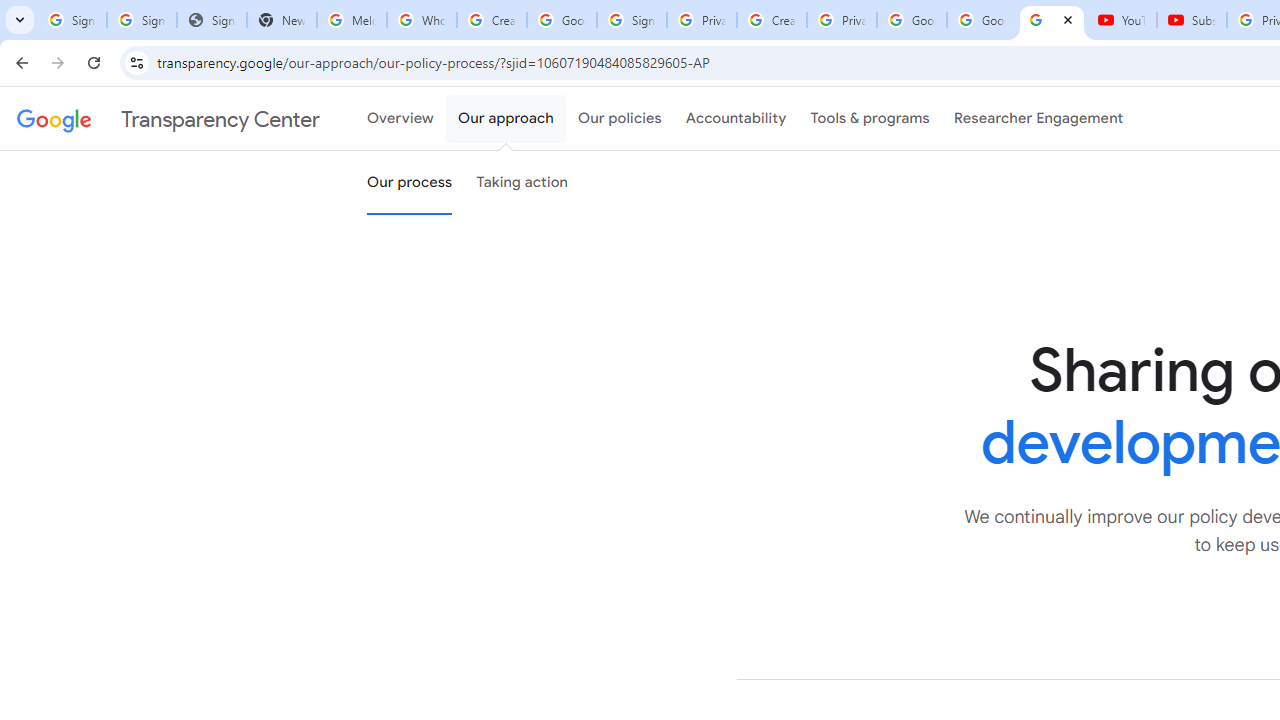  I want to click on 'YouTube', so click(1121, 20).